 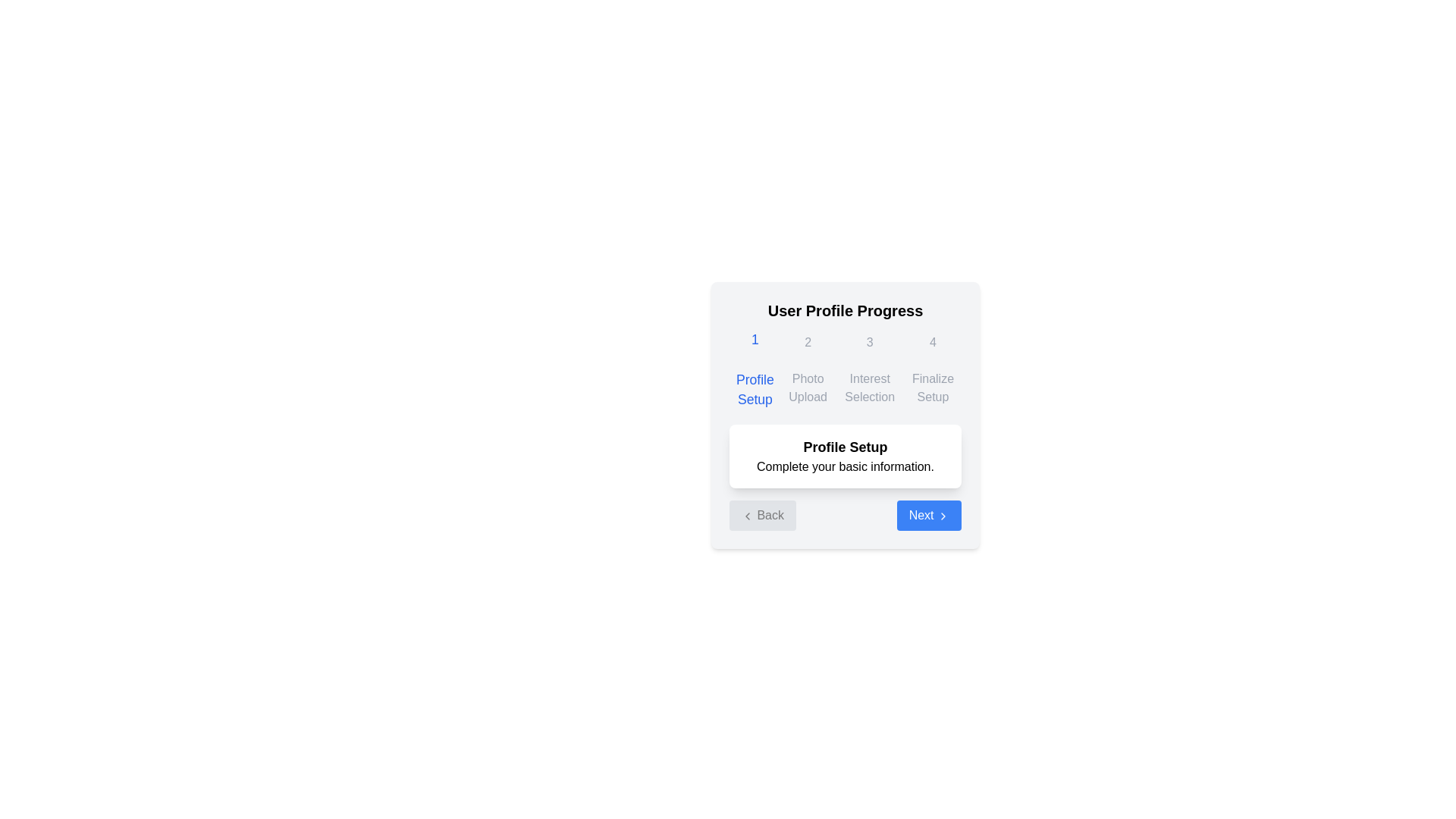 I want to click on the visual indicator for the fourth step in the sequential setup process, located above the 'Finalize Setup' label, to provide context regarding user progress, so click(x=932, y=348).